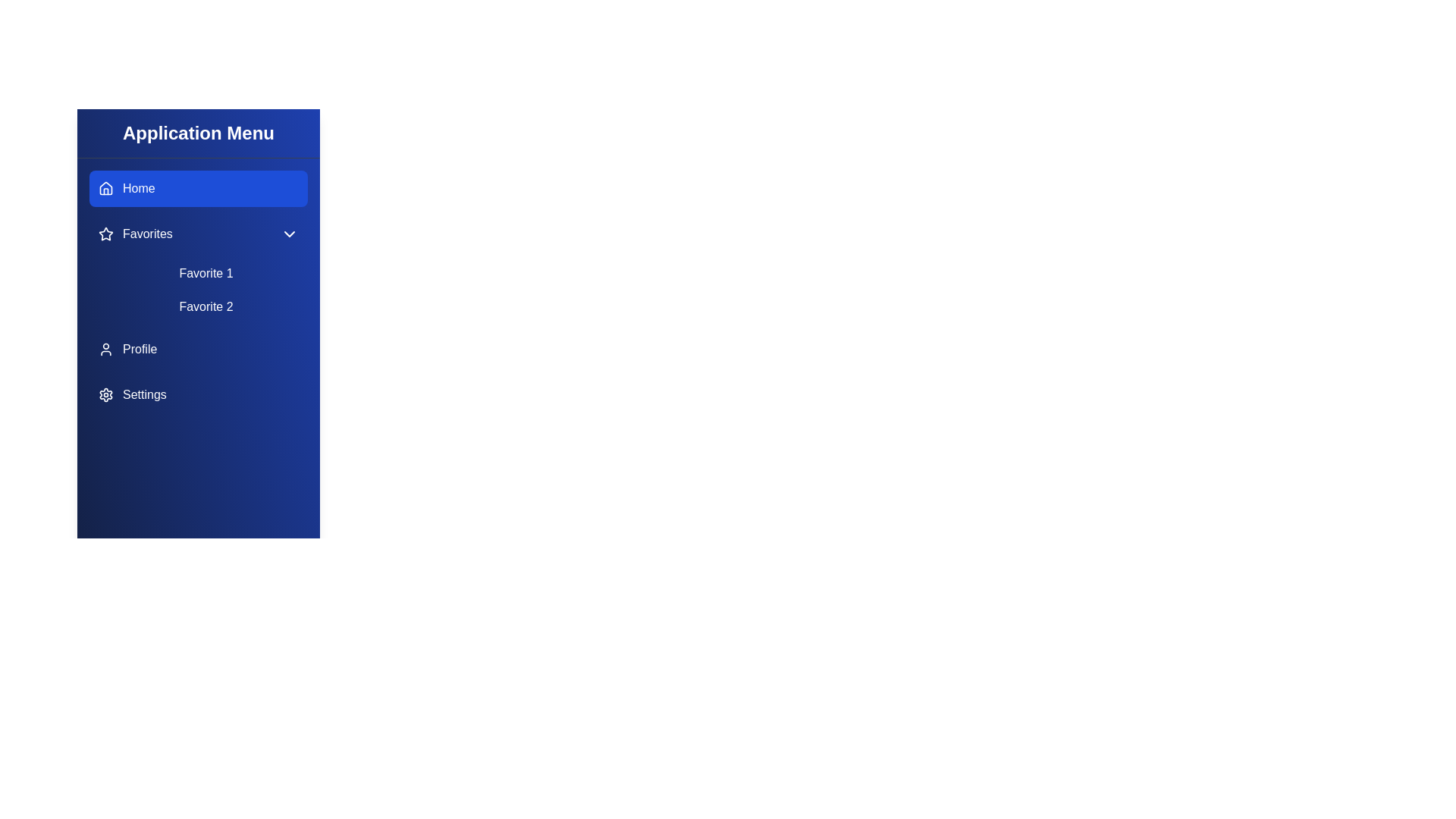  What do you see at coordinates (139, 188) in the screenshot?
I see `the 'Home' text label within the navigation menu button, which is located to the right of the house icon` at bounding box center [139, 188].